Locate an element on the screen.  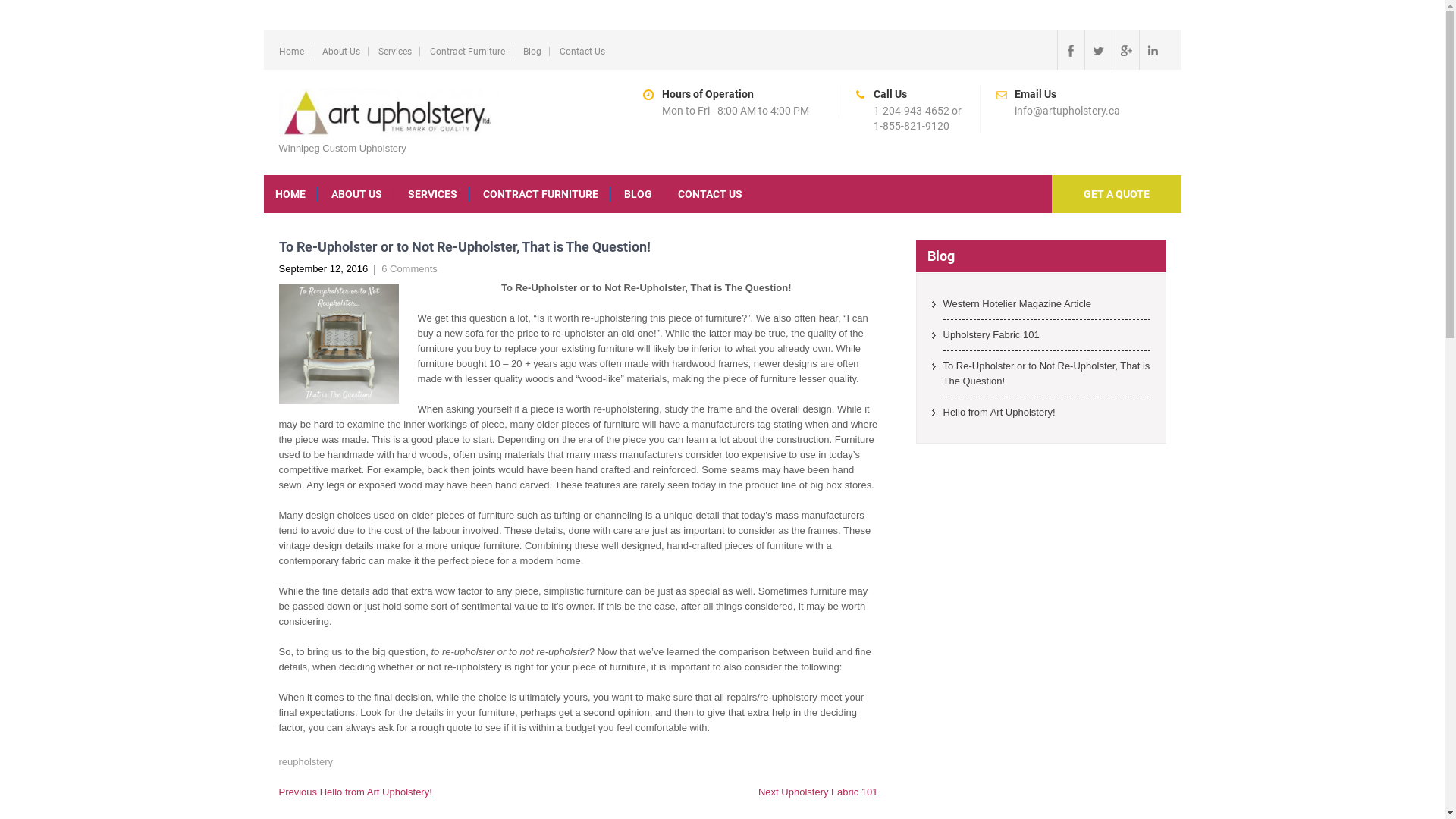
'Home' is located at coordinates (291, 51).